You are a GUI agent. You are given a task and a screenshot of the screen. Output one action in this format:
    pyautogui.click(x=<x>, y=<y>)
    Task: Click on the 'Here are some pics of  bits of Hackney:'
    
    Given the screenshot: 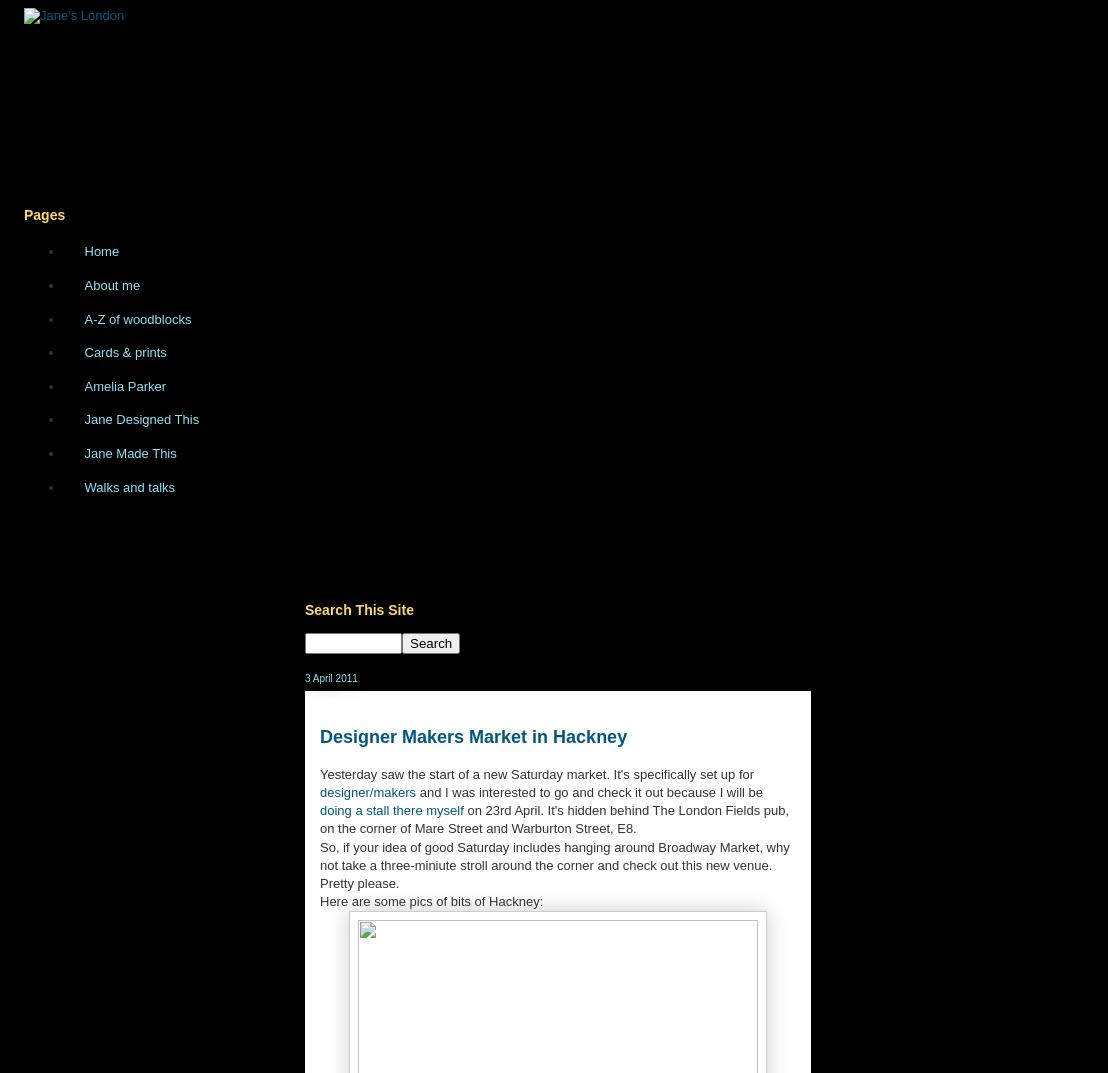 What is the action you would take?
    pyautogui.click(x=430, y=901)
    